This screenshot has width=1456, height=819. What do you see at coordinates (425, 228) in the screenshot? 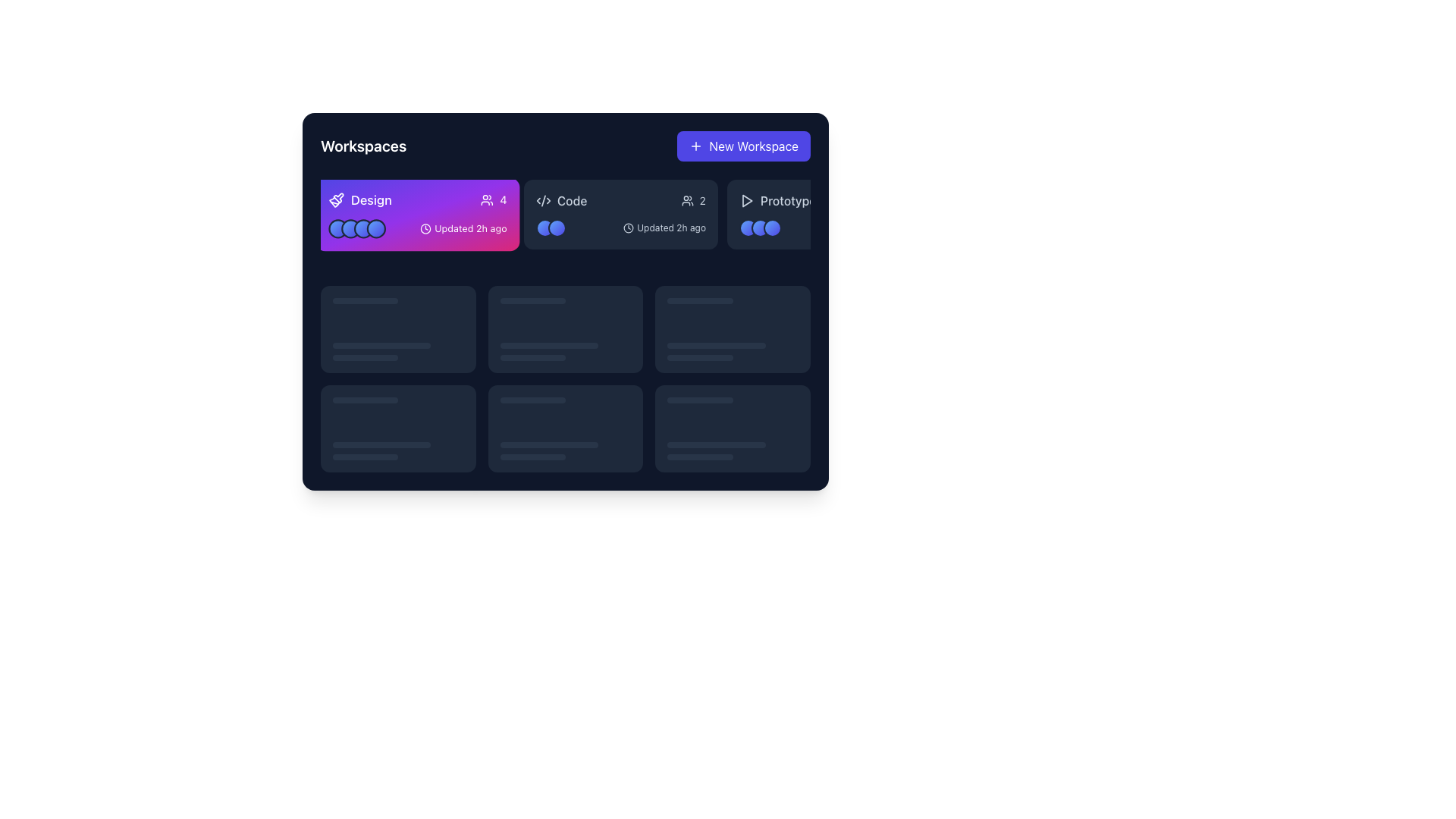
I see `the small circular clock icon with a thin white outline located to the left of the text 'Updated 2h ago' in the 'Design' section card of the 'Workspaces' interface` at bounding box center [425, 228].